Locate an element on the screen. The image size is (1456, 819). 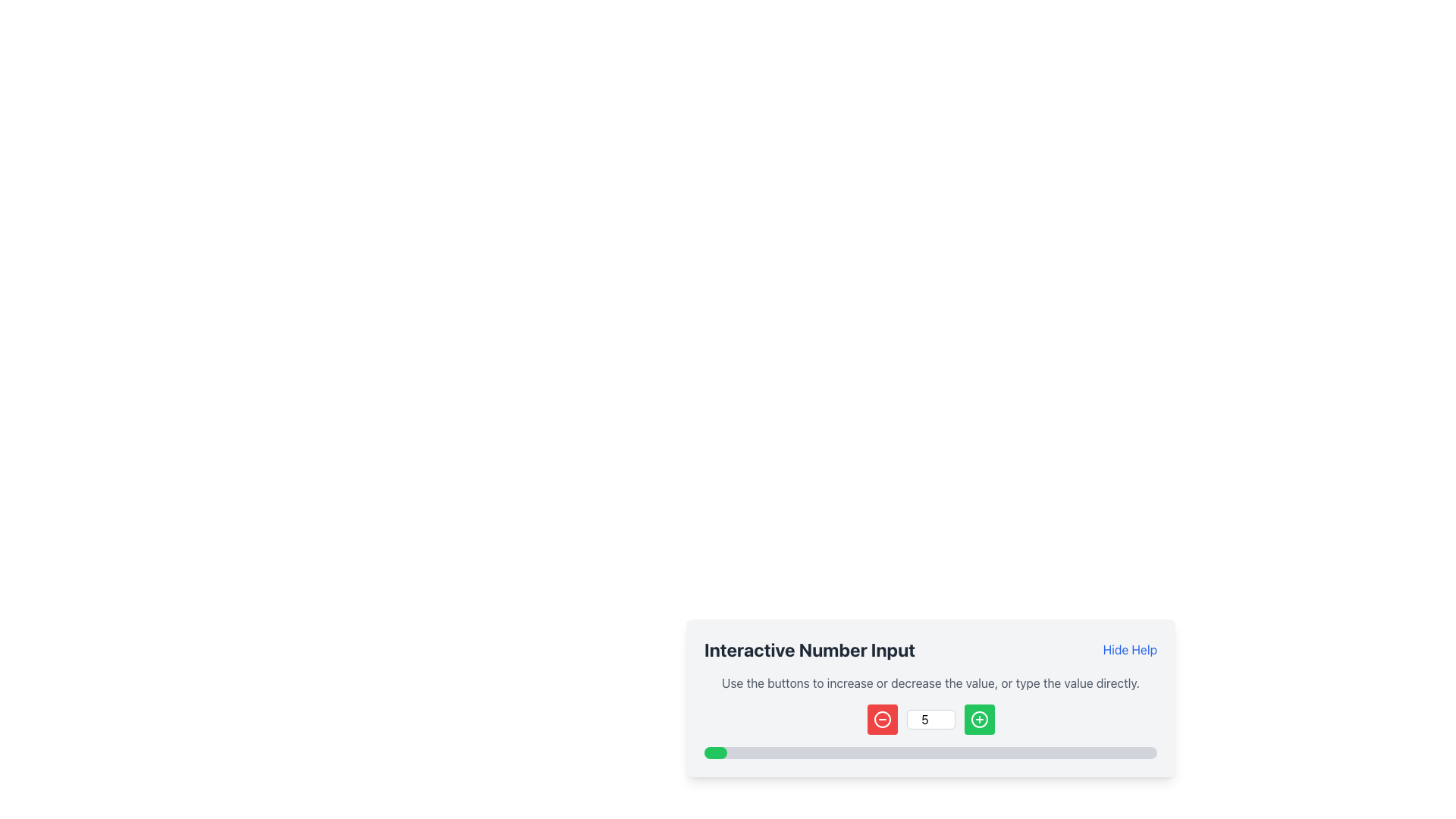
the red circular button with a white minus sign to decrease the value is located at coordinates (882, 718).